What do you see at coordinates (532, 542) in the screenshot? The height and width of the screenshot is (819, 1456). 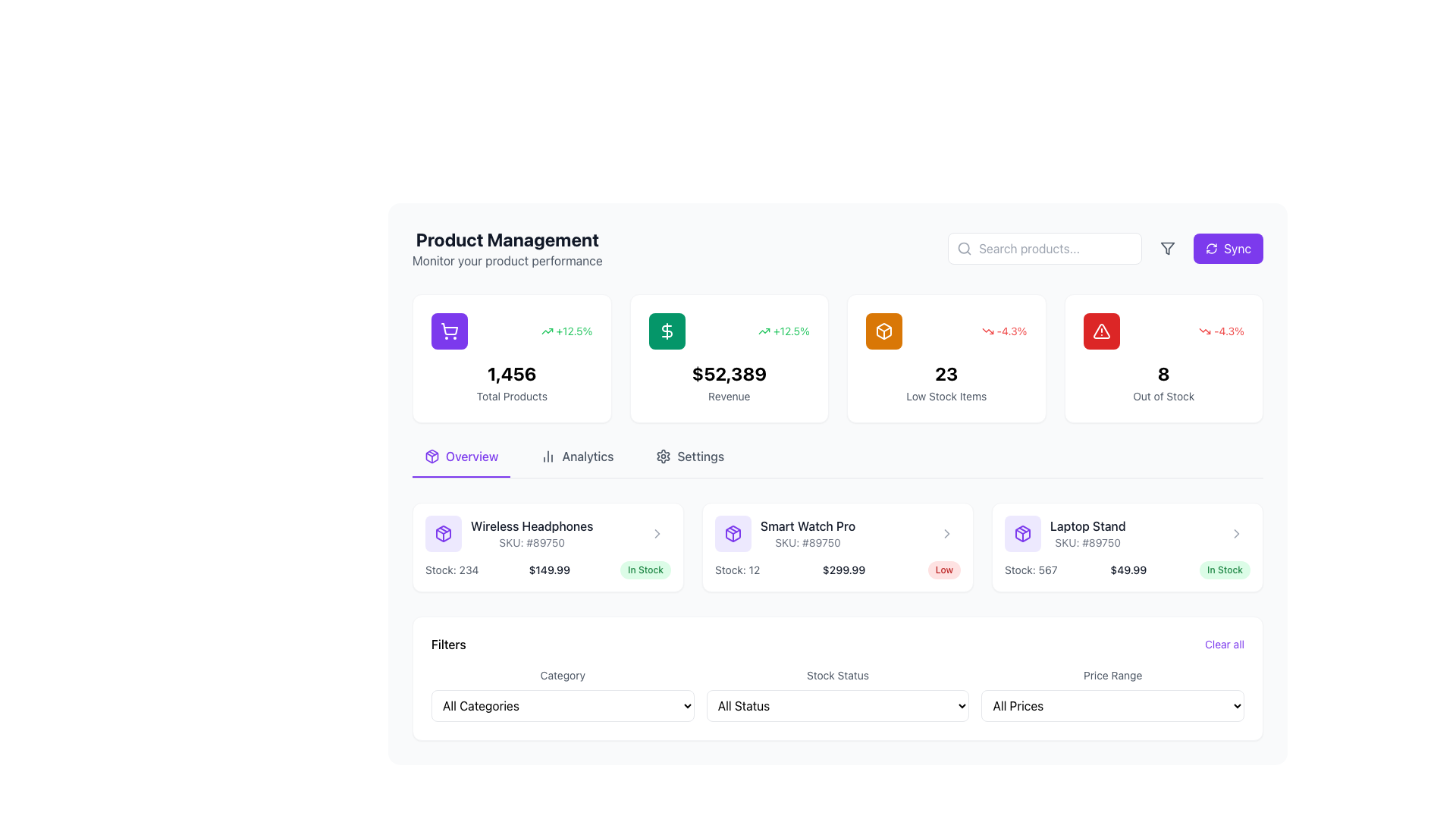 I see `the SKU information displayed in the text label located under the 'Wireless Headphones' text within the first product card` at bounding box center [532, 542].